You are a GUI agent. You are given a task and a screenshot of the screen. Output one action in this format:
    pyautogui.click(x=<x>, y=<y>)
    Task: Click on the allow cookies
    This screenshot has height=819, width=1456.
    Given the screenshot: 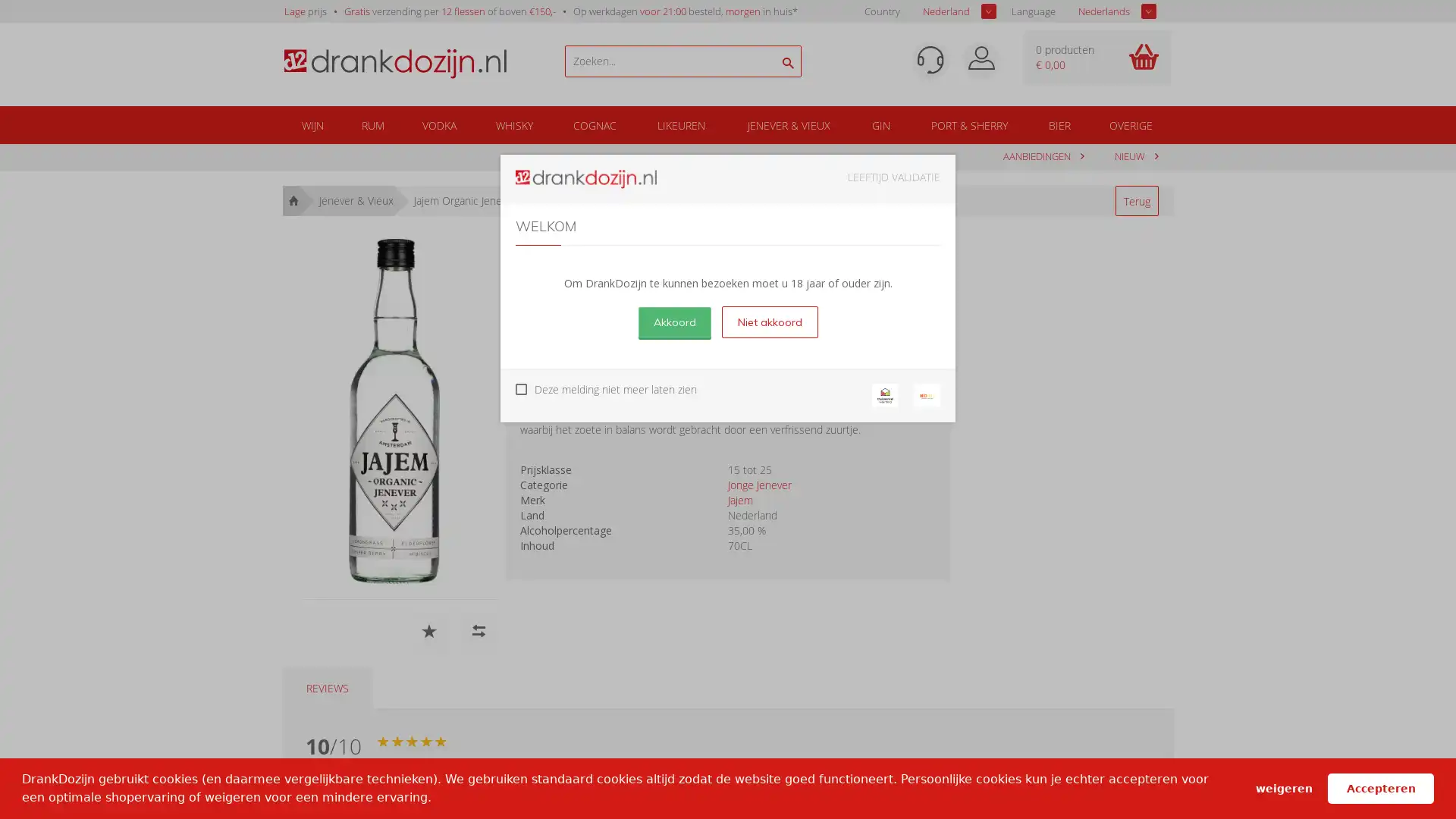 What is the action you would take?
    pyautogui.click(x=1380, y=787)
    